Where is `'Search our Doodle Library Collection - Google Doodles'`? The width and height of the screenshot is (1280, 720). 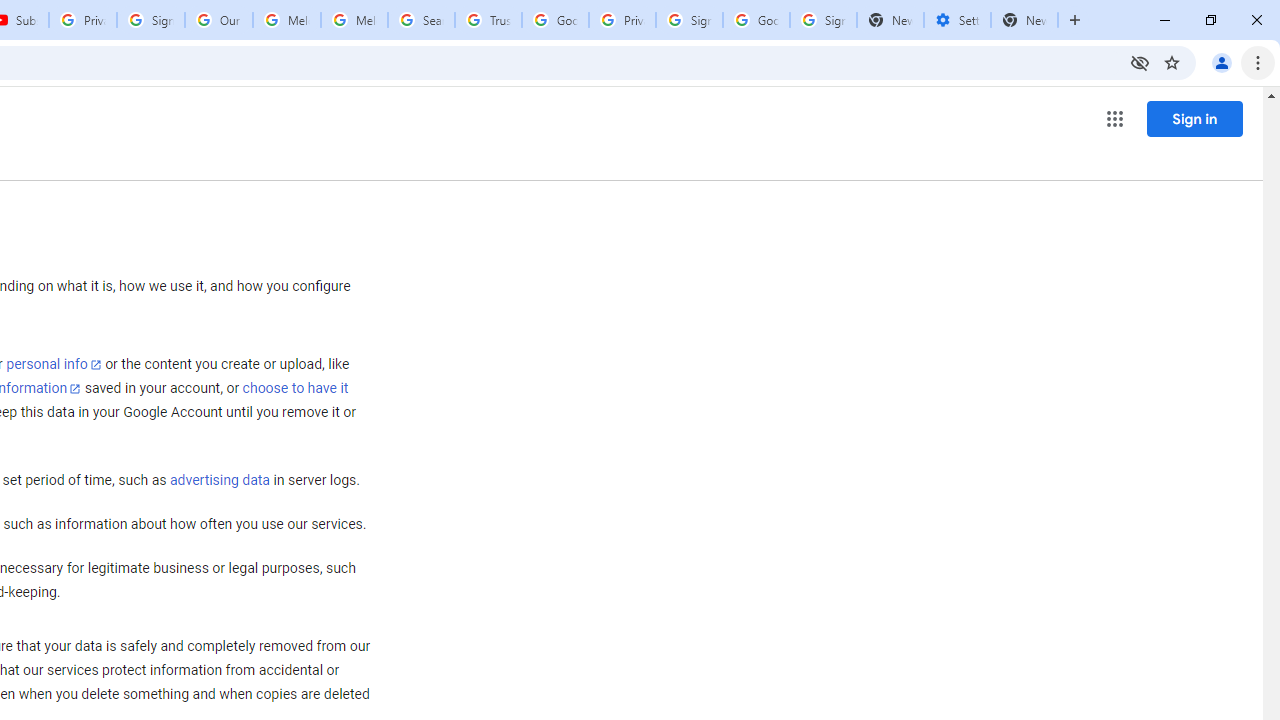
'Search our Doodle Library Collection - Google Doodles' is located at coordinates (420, 20).